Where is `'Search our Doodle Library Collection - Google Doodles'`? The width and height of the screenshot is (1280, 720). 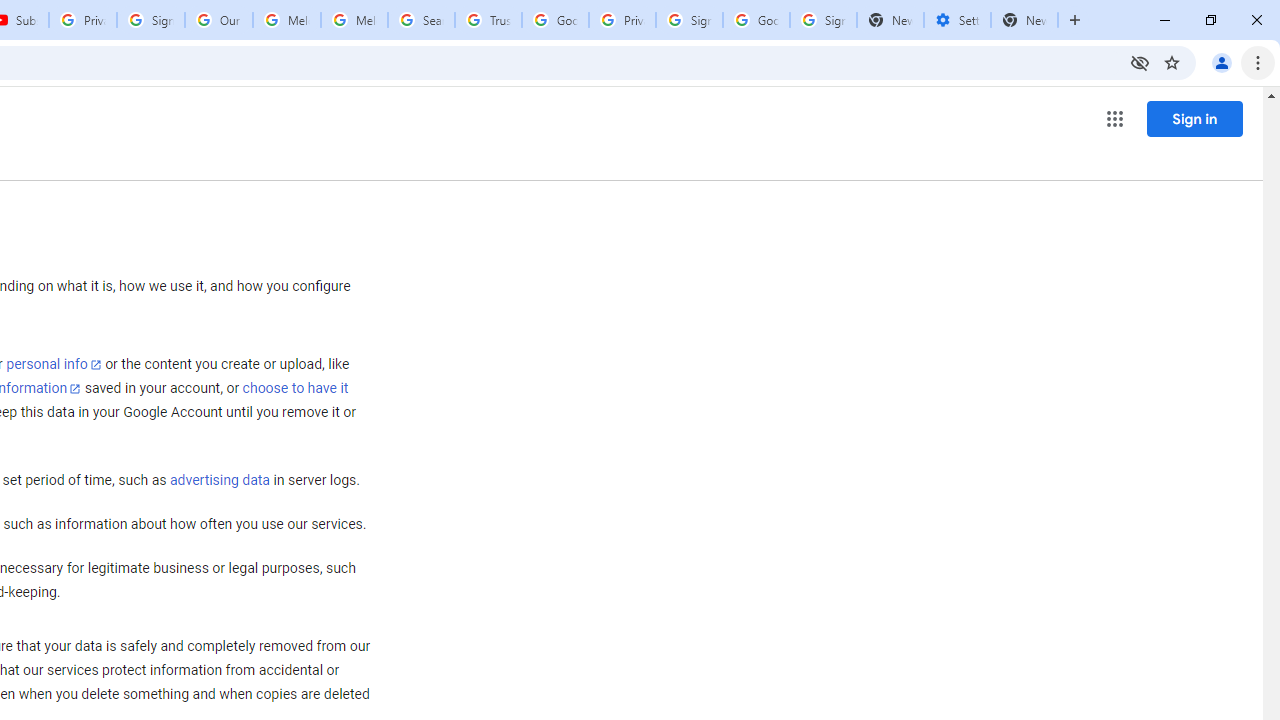
'Search our Doodle Library Collection - Google Doodles' is located at coordinates (420, 20).